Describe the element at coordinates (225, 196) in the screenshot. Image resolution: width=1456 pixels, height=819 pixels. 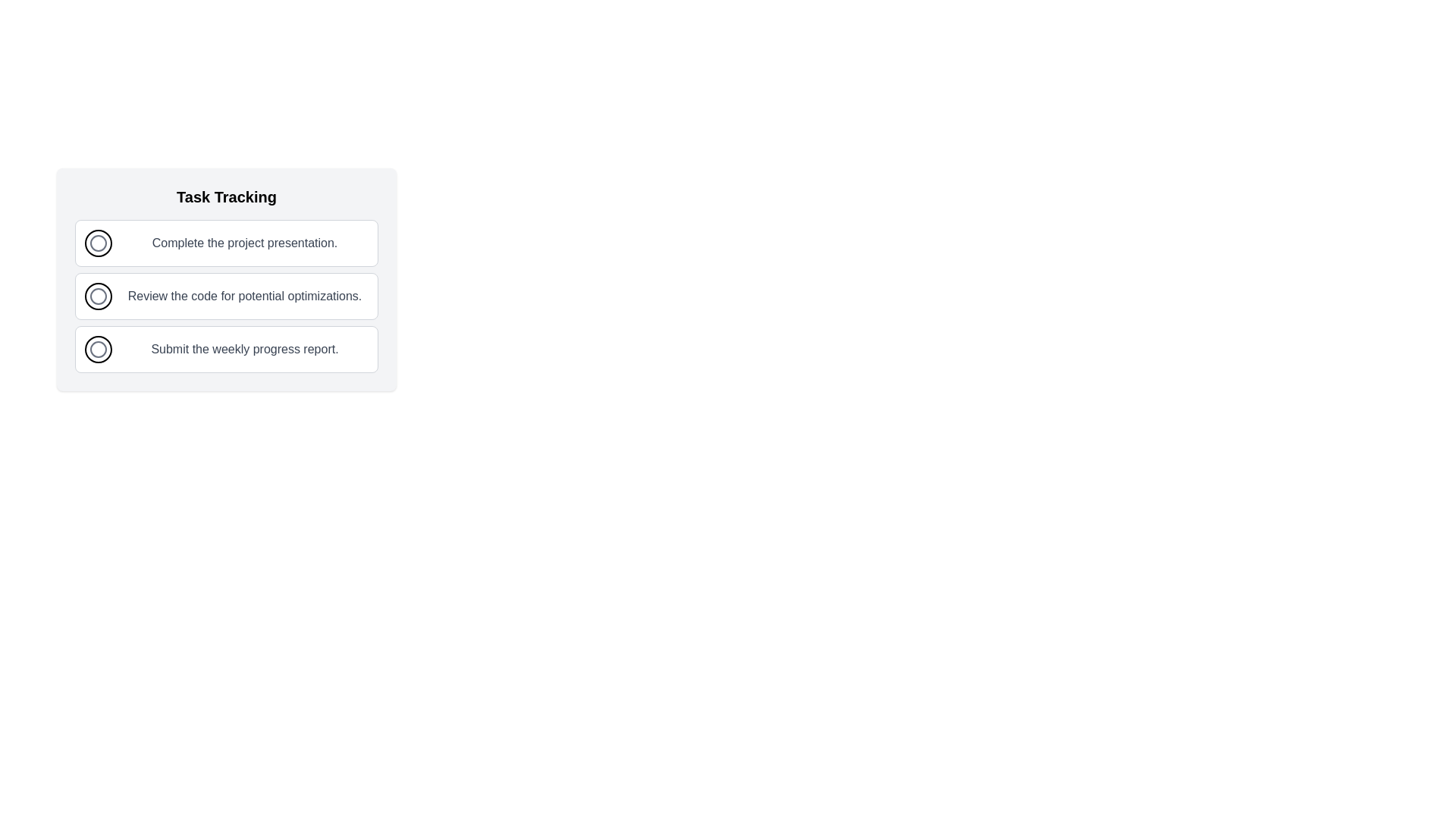
I see `the Text Label that serves as the title or header indicating the section's purpose for tracking tasks` at that location.